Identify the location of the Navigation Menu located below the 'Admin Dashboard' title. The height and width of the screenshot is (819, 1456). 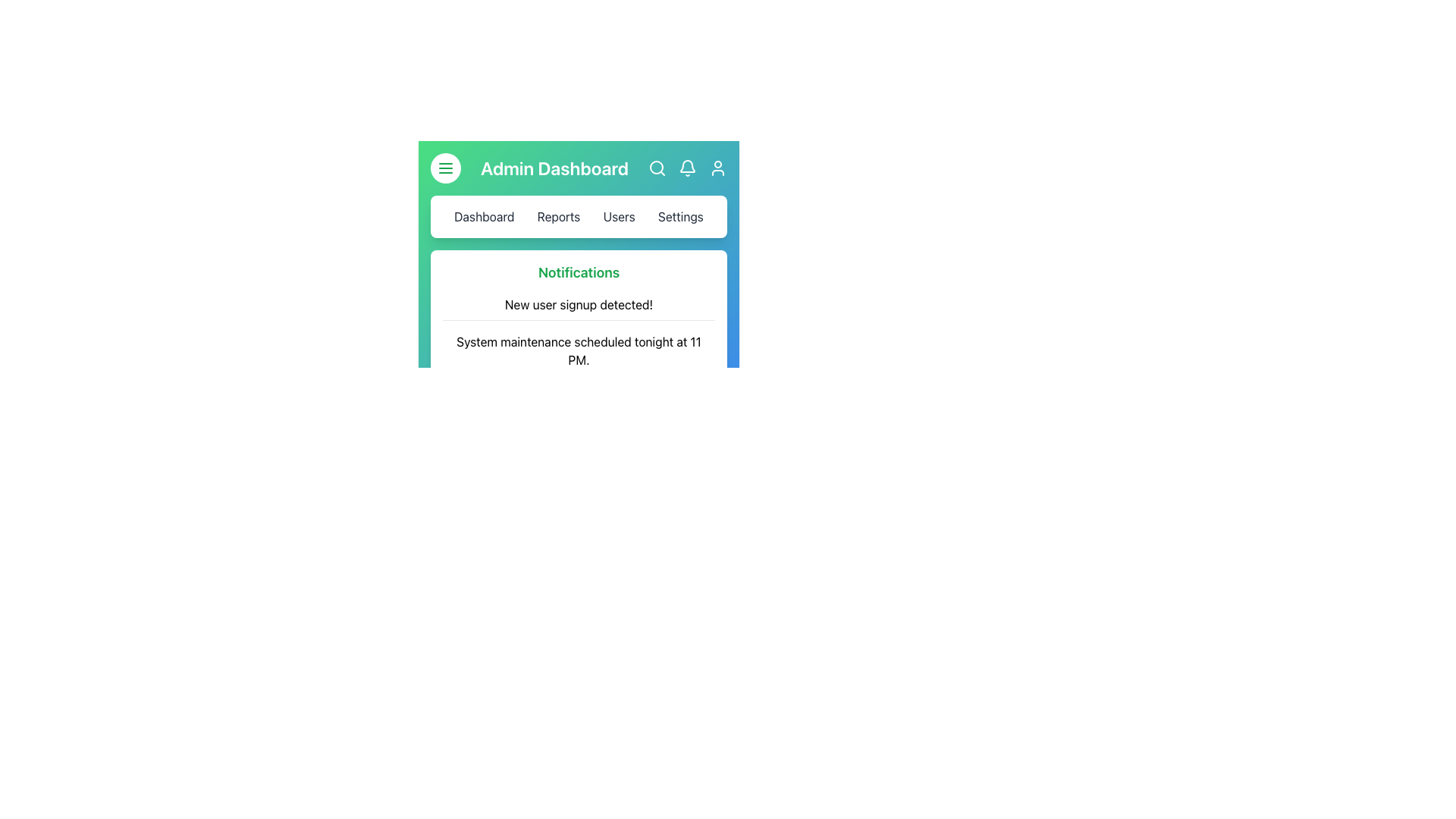
(578, 216).